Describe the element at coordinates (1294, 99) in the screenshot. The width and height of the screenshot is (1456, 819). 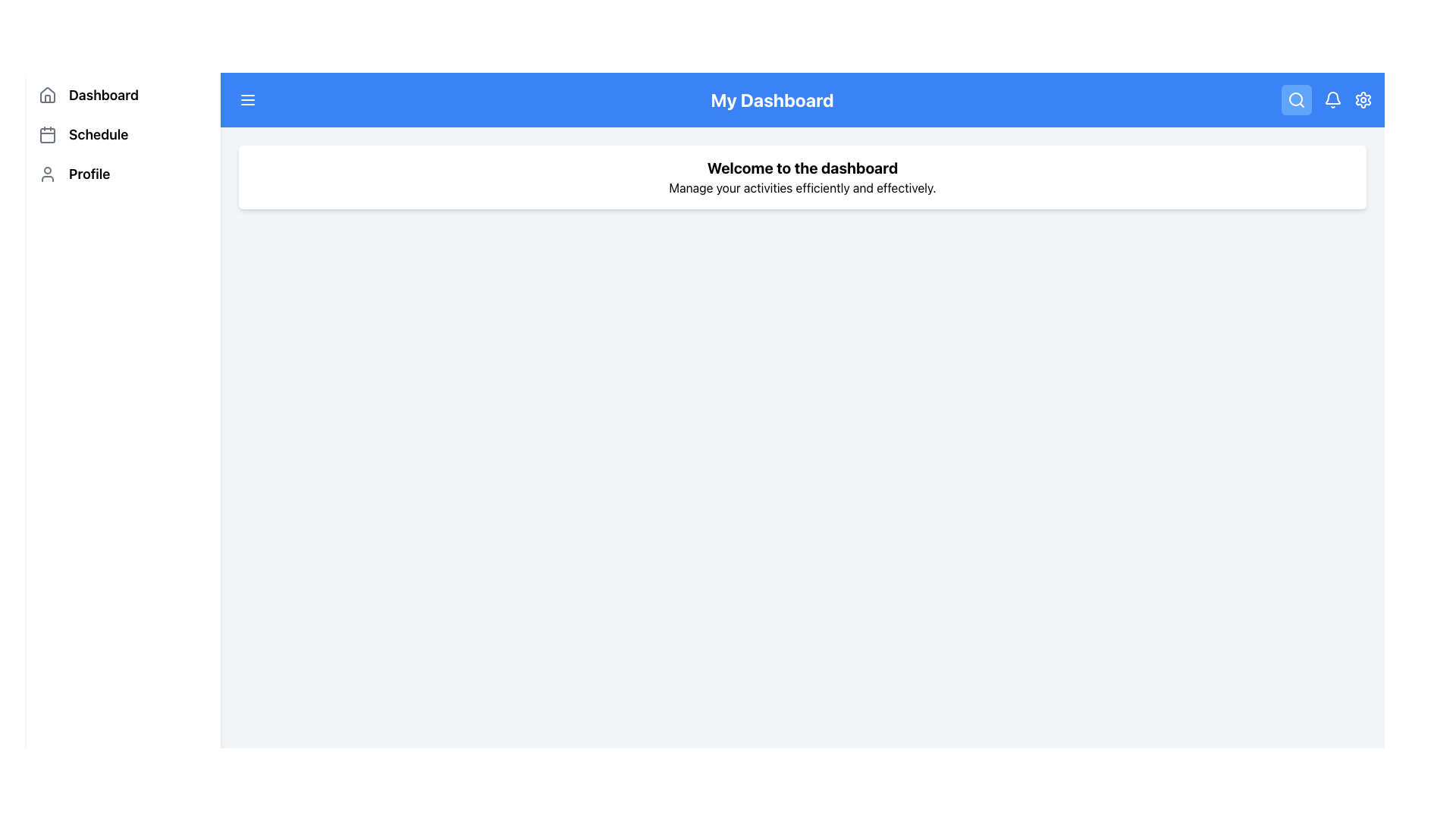
I see `the circular part of the magnifying glass icon located in the header section near the top-right corner, which represents the search functionality` at that location.